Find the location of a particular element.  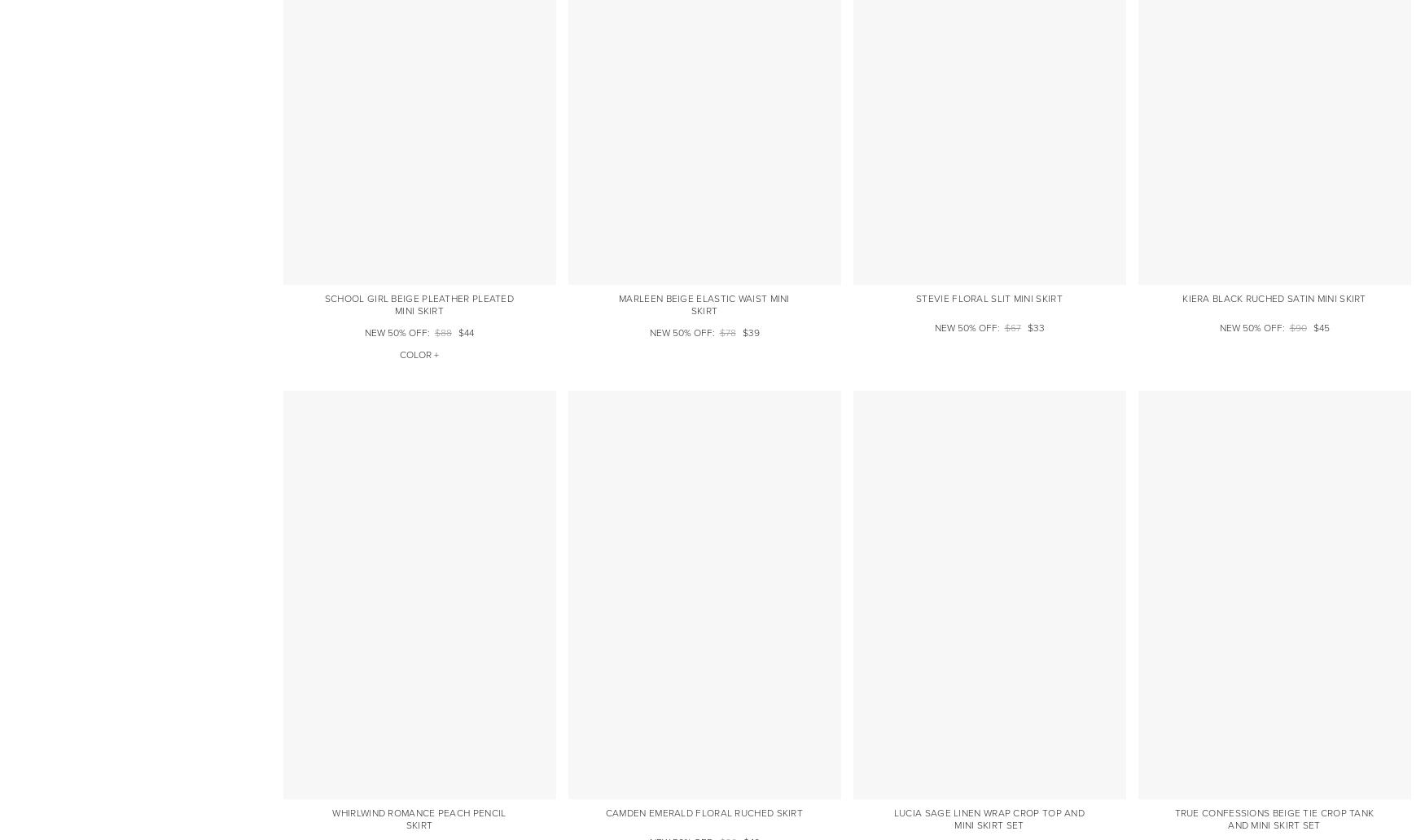

'Camden Emerald Floral Ruched Skirt' is located at coordinates (704, 812).